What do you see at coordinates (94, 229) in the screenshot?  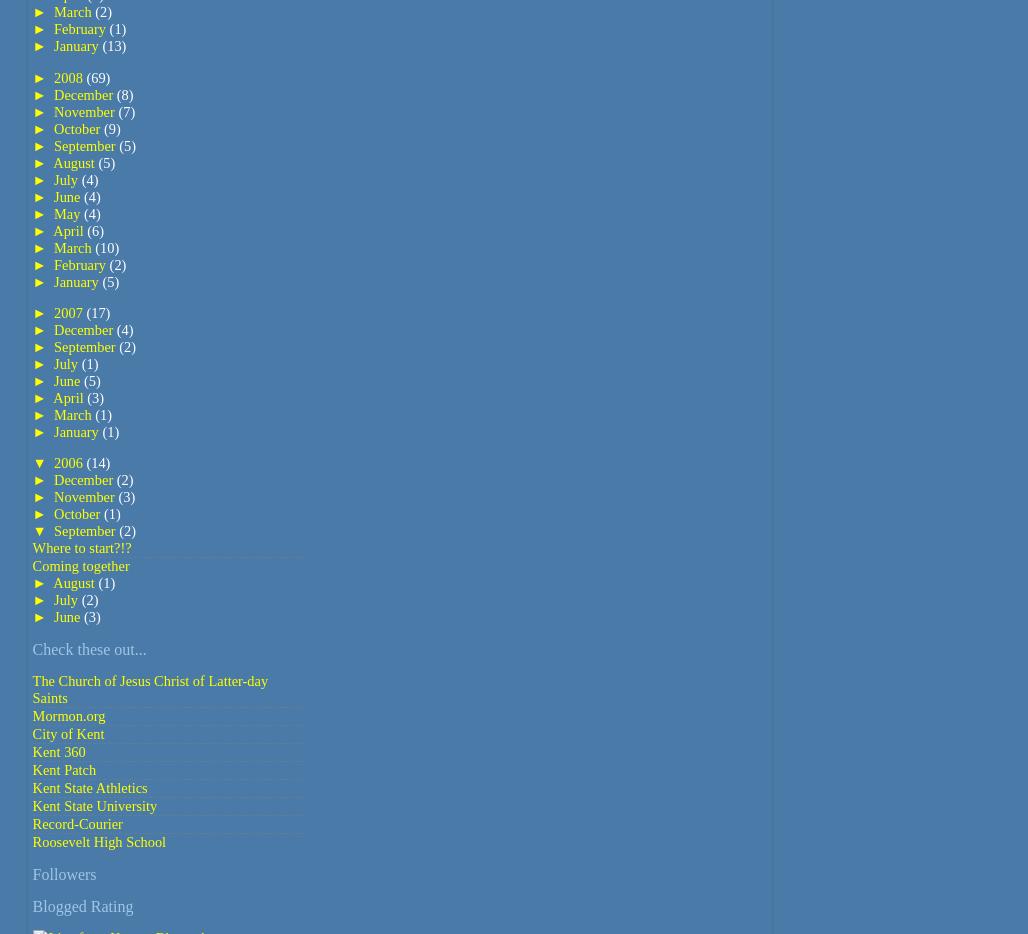 I see `'(6)'` at bounding box center [94, 229].